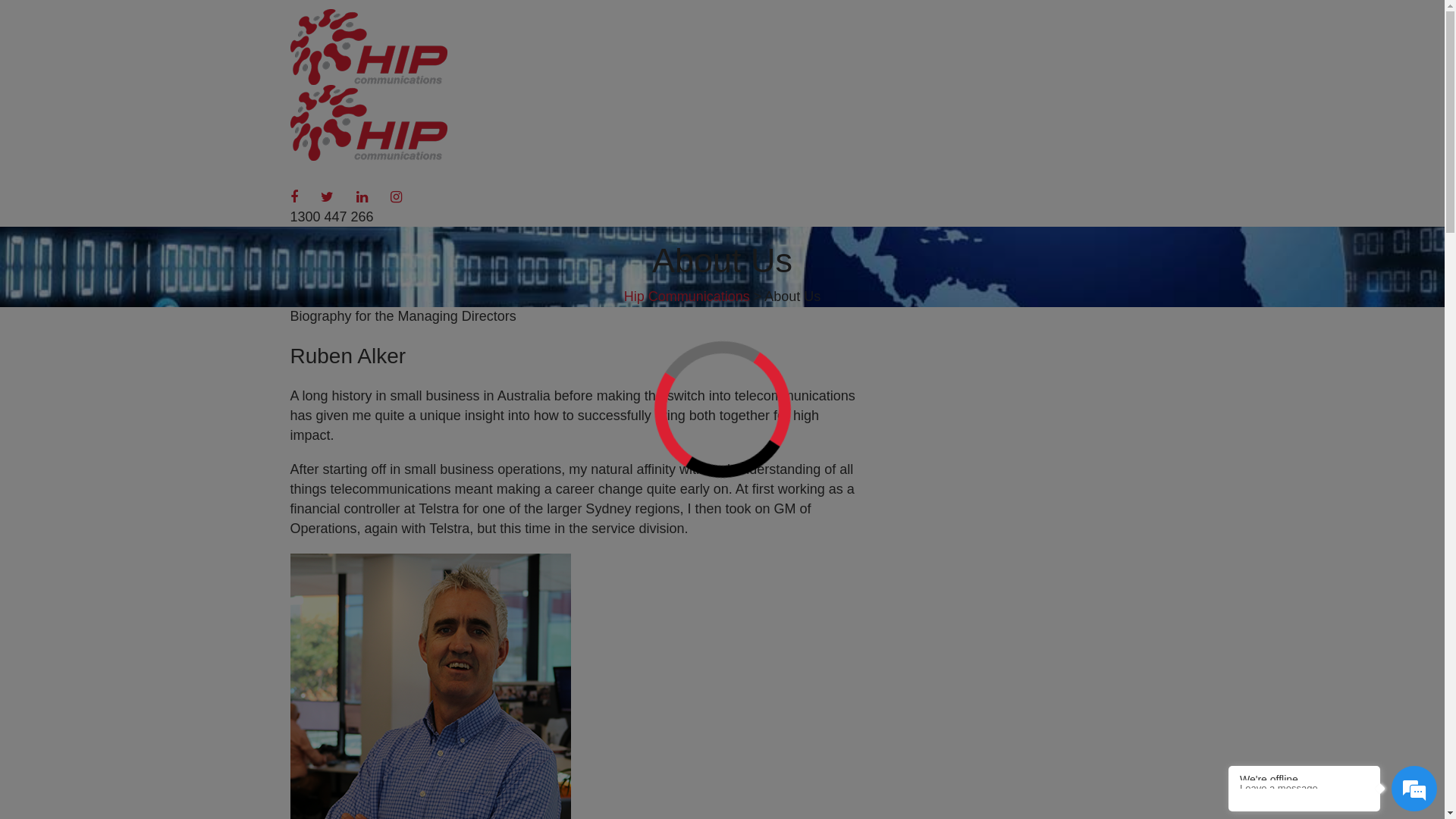  Describe the element at coordinates (686, 296) in the screenshot. I see `'Hip Communications'` at that location.